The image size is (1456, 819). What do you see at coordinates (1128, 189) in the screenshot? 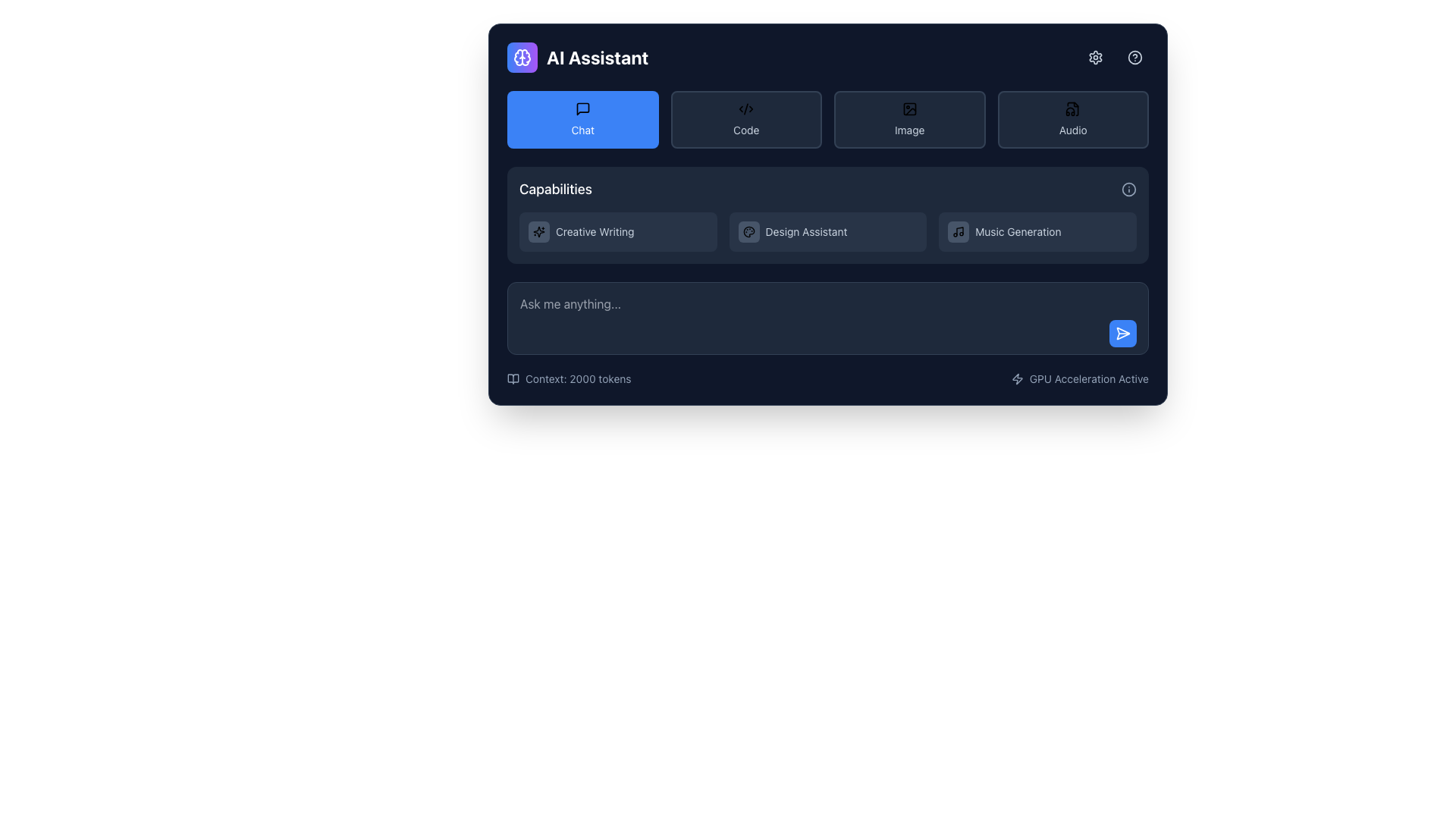
I see `the informational icon located at the top right of the 'Capabilities' section, following the text 'Capabilities'` at bounding box center [1128, 189].